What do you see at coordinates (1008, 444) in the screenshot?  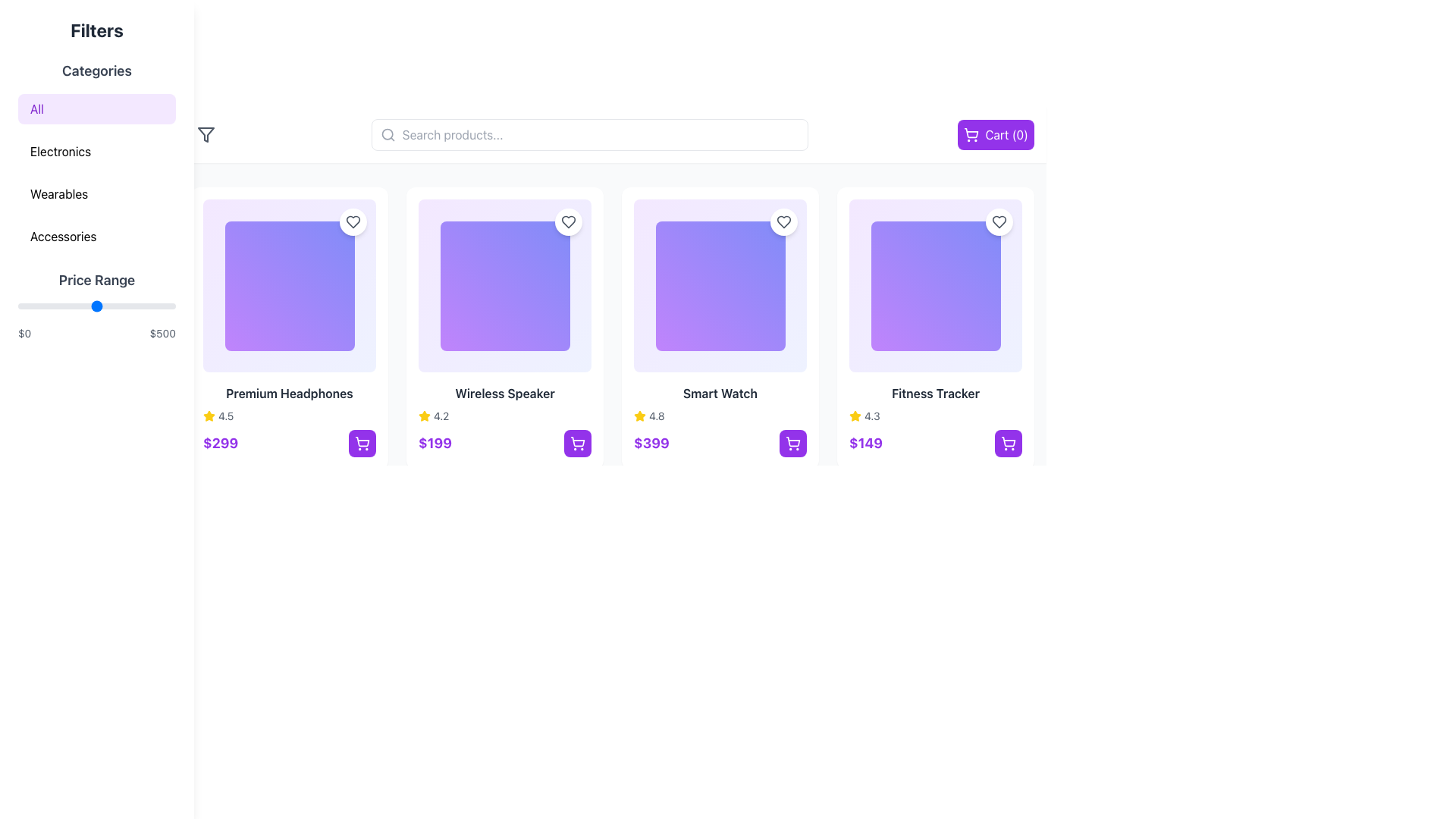 I see `the button located at the bottom-right corner of the 'Fitness Tracker' product card` at bounding box center [1008, 444].